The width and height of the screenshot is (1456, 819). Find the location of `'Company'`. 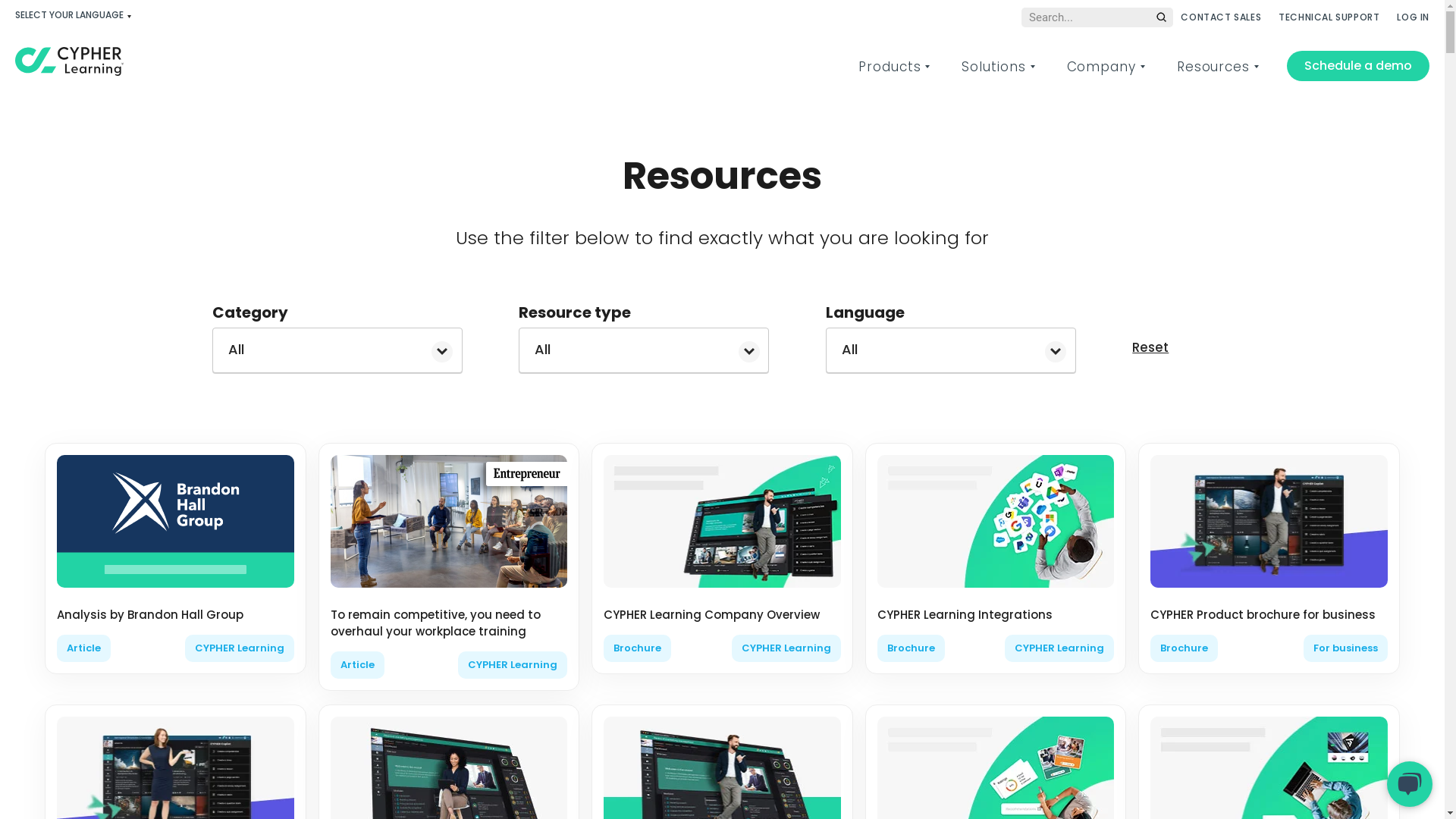

'Company' is located at coordinates (1101, 66).